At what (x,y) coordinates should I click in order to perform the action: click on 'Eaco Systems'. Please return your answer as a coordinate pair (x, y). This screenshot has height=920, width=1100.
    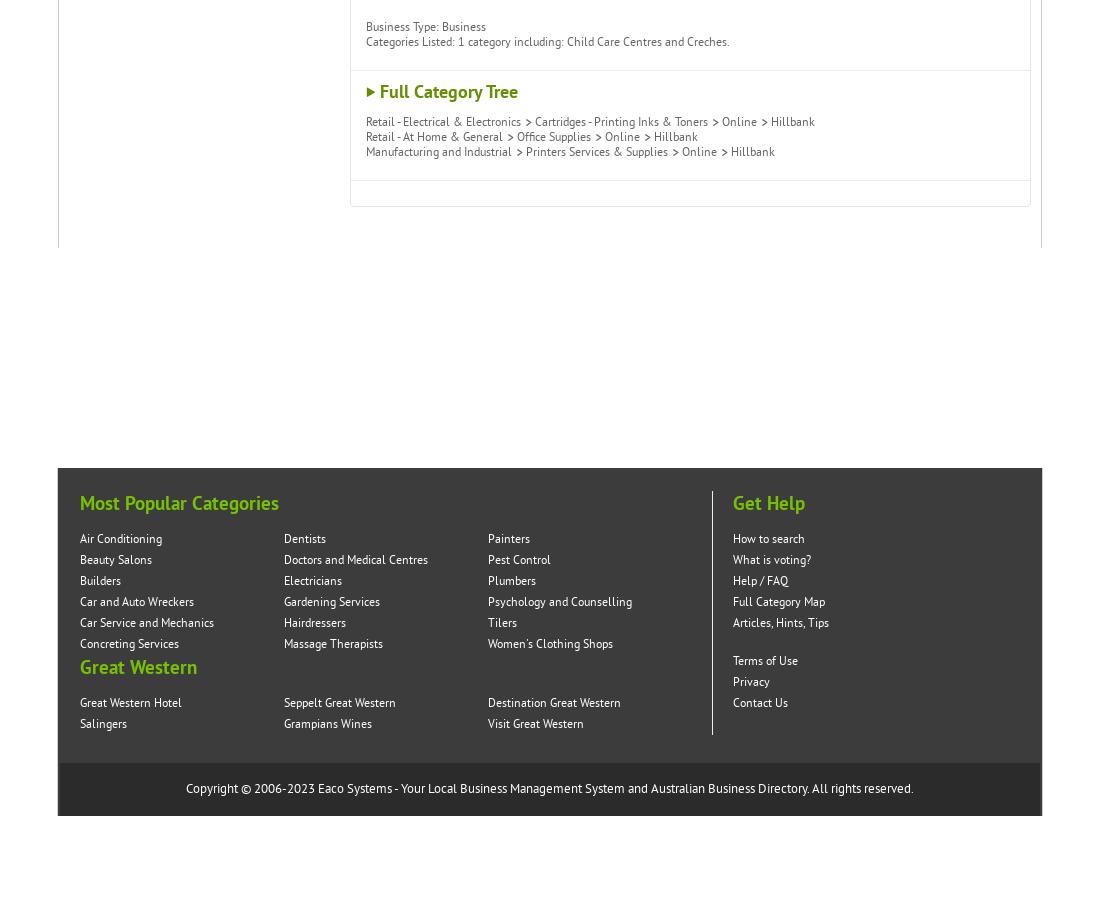
    Looking at the image, I should click on (354, 788).